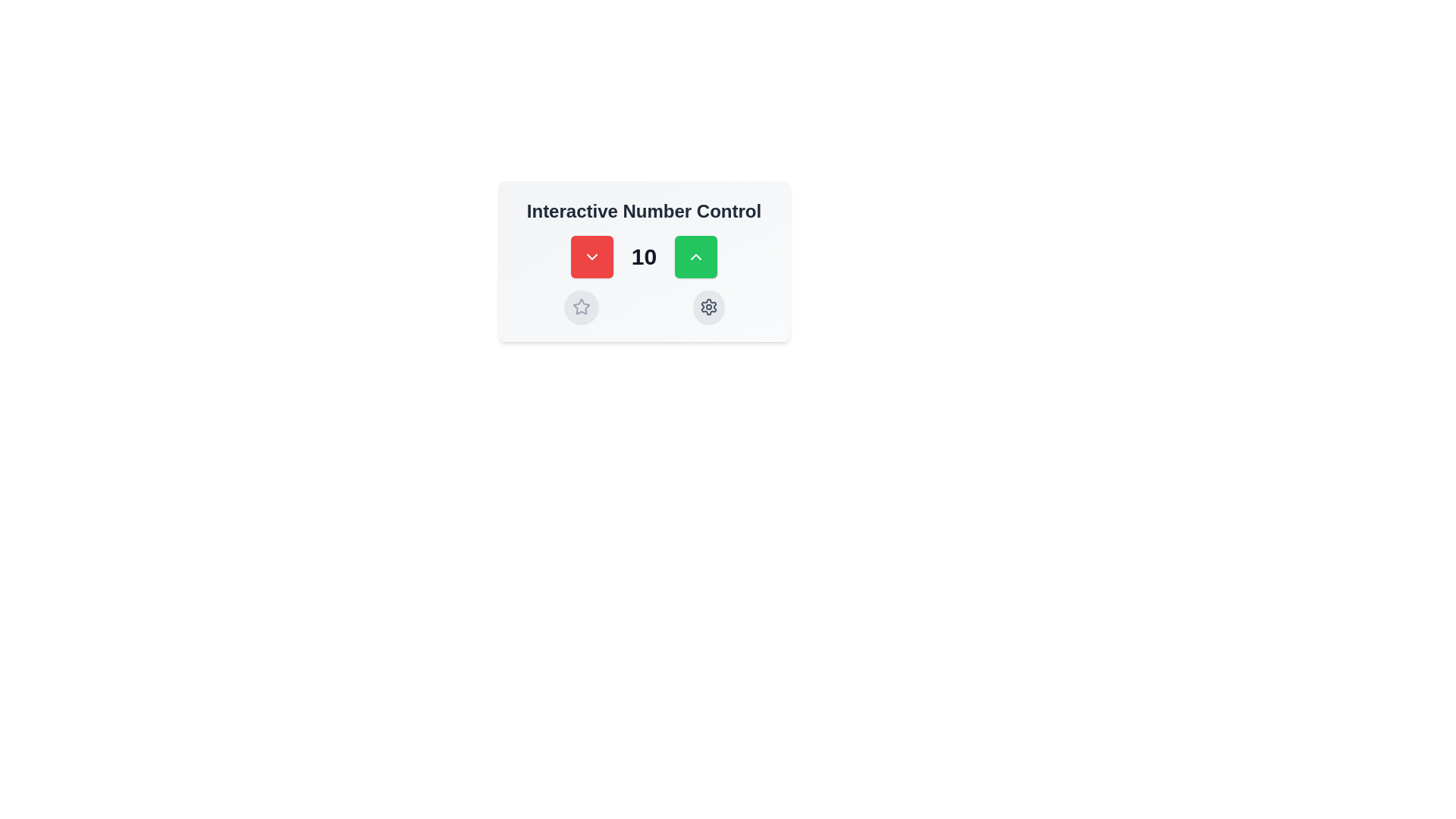 The height and width of the screenshot is (819, 1456). Describe the element at coordinates (695, 256) in the screenshot. I see `the increment control button located to the right of the number '10' for keyboard interaction` at that location.